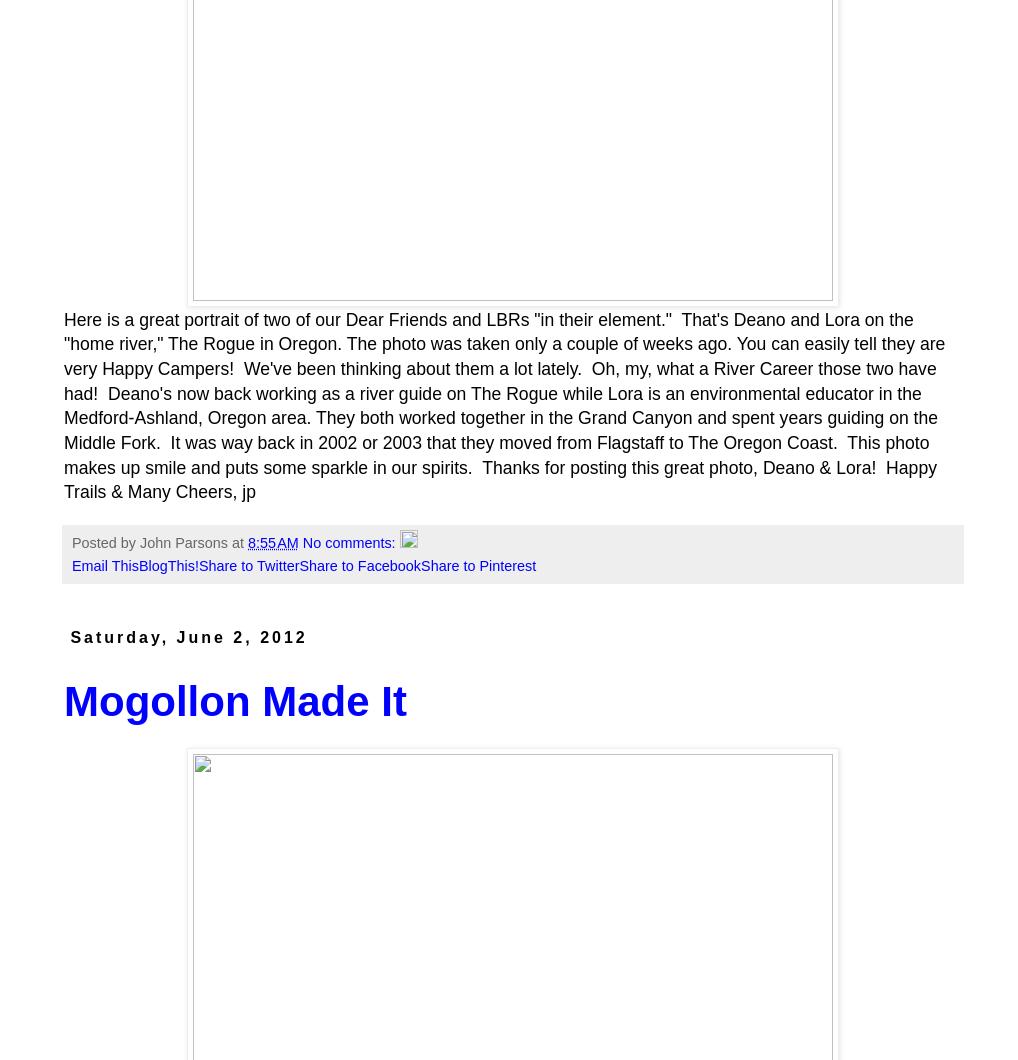  What do you see at coordinates (104, 541) in the screenshot?
I see `'Posted by'` at bounding box center [104, 541].